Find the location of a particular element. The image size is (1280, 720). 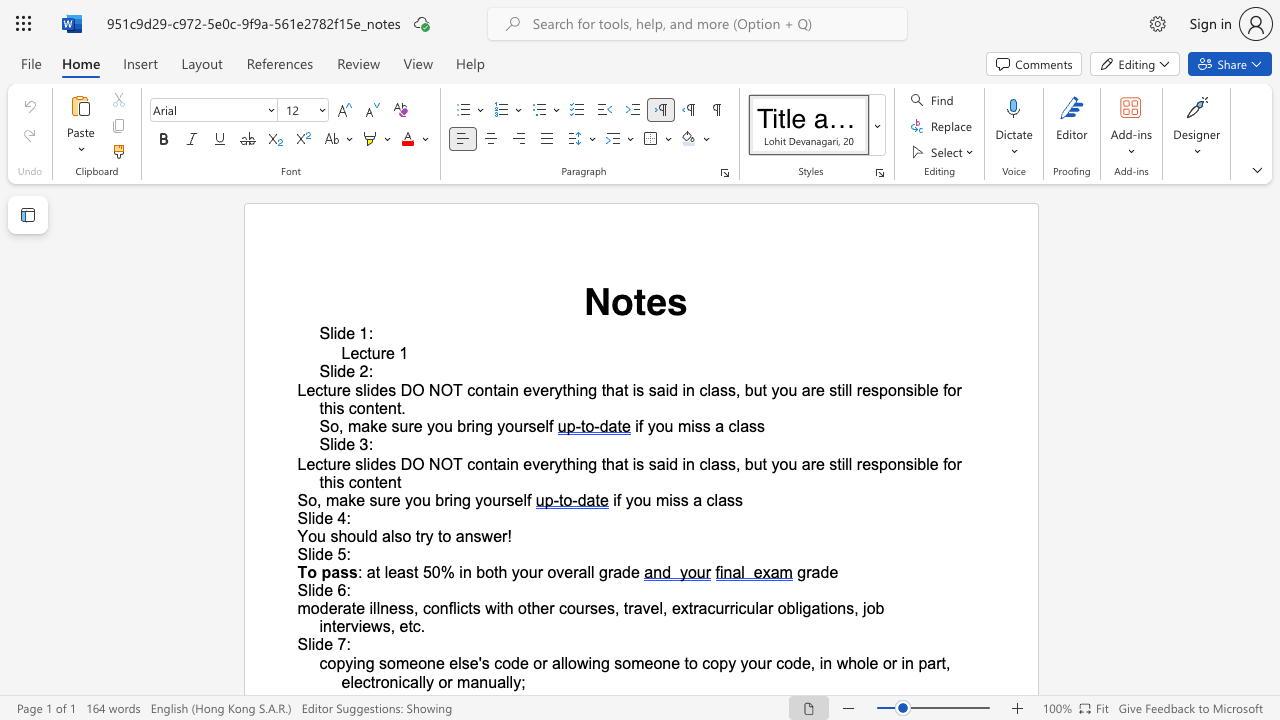

the space between the continuous character "i" and "n" in the text is located at coordinates (463, 572).